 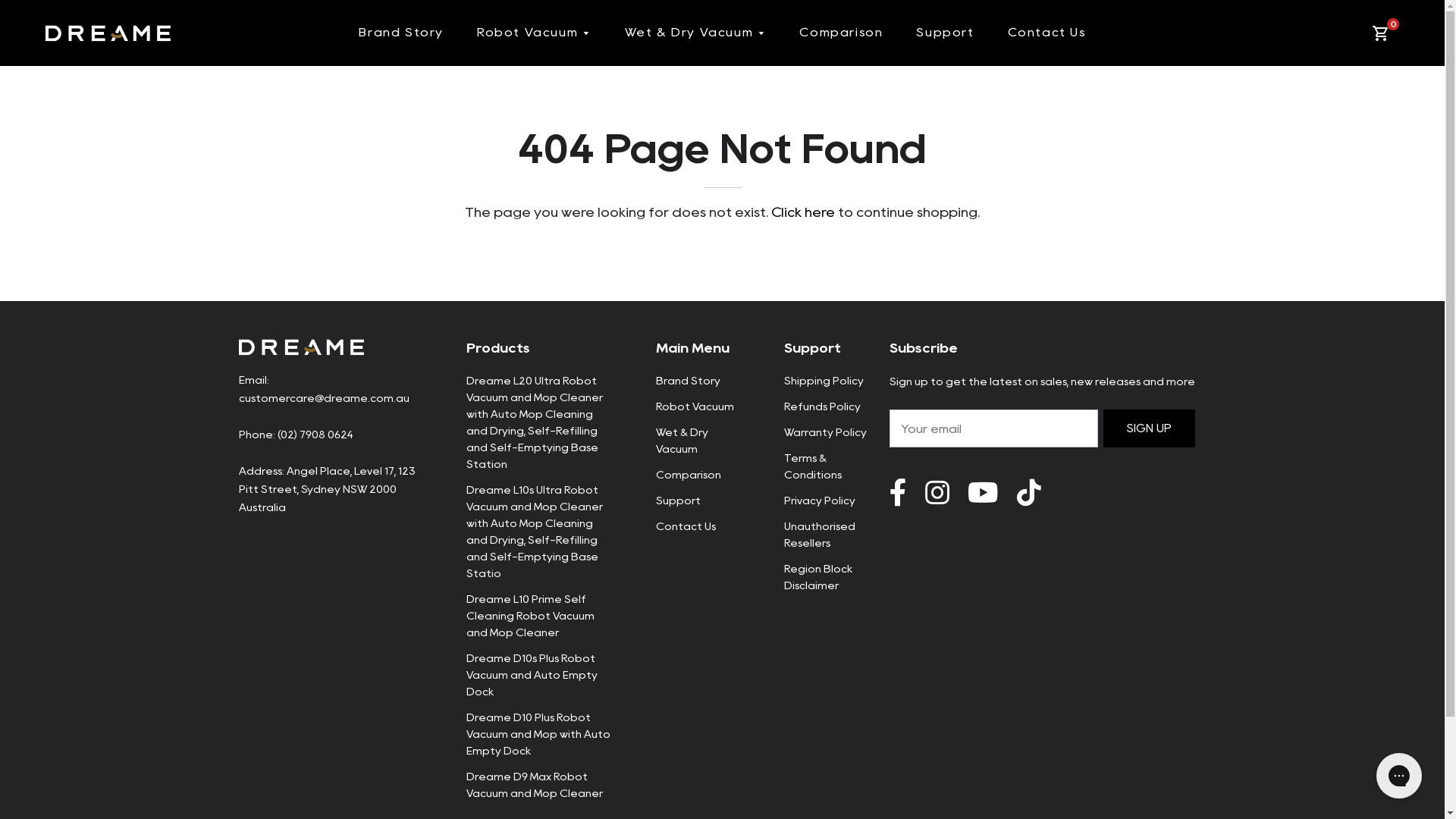 What do you see at coordinates (529, 616) in the screenshot?
I see `'Dreame L10 Prime Self Cleaning Robot Vacuum and Mop Cleaner'` at bounding box center [529, 616].